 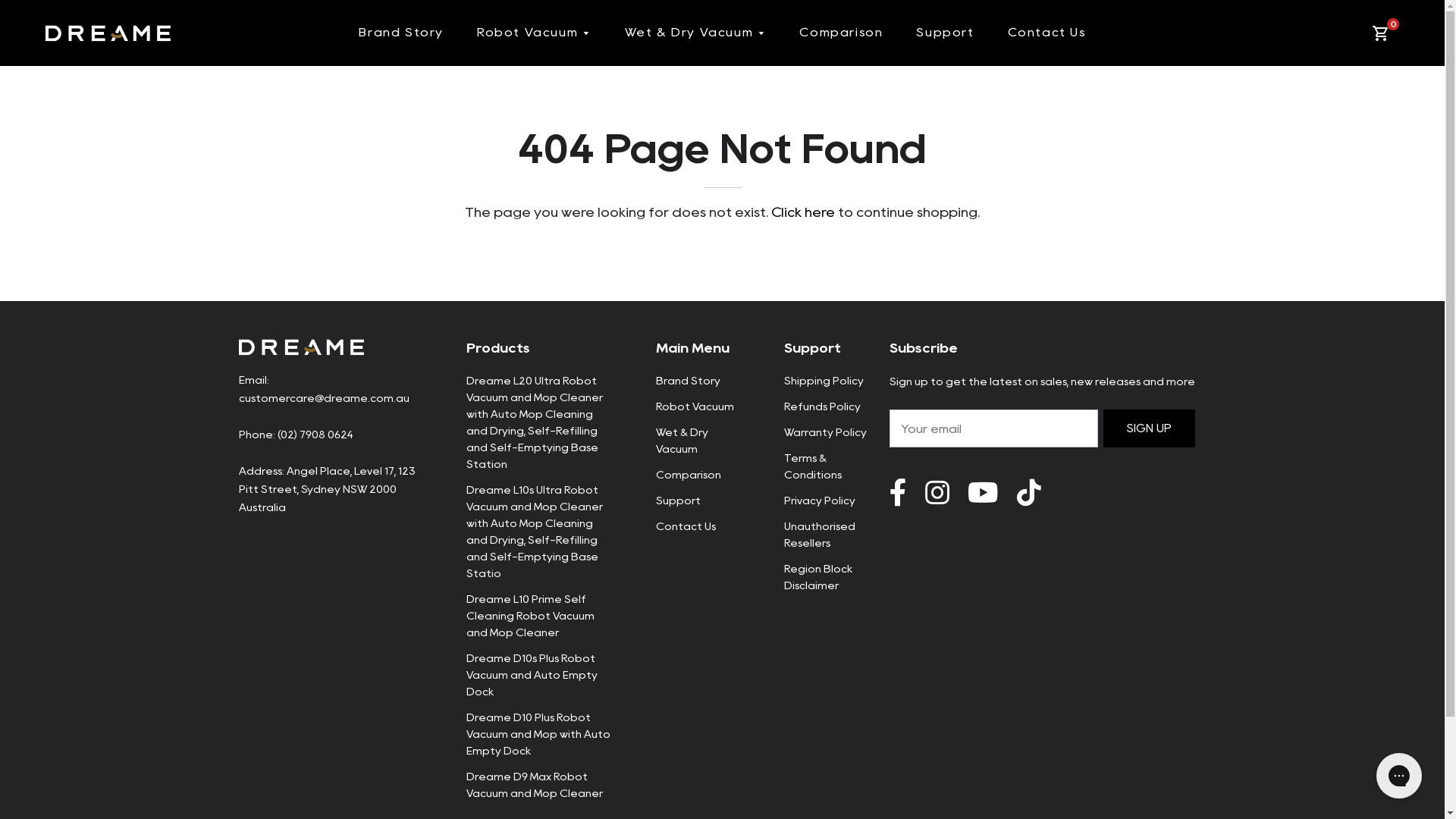 What do you see at coordinates (529, 616) in the screenshot?
I see `'Dreame L10 Prime Self Cleaning Robot Vacuum and Mop Cleaner'` at bounding box center [529, 616].